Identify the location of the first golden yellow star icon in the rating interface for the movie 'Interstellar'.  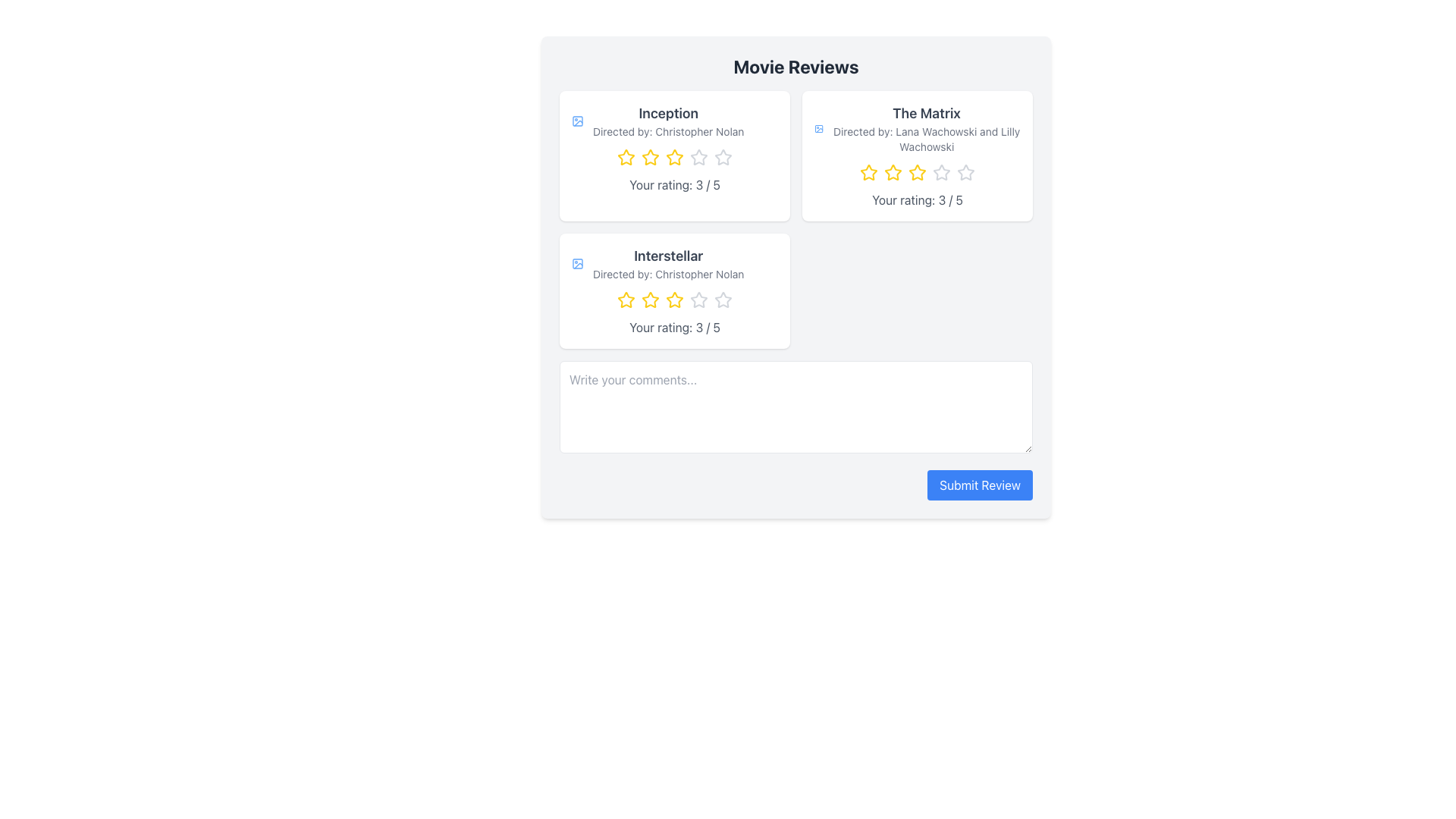
(626, 300).